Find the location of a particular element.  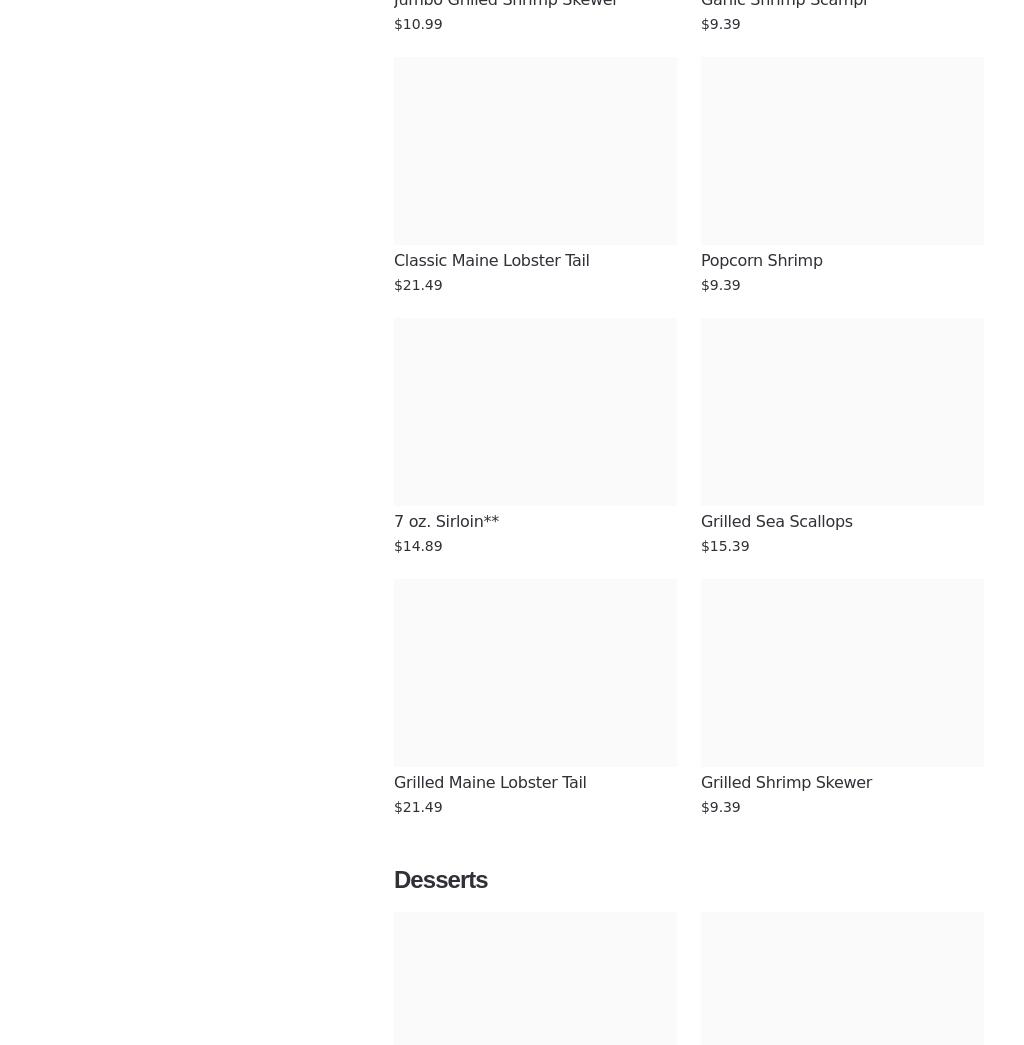

'$15.39' is located at coordinates (724, 546).